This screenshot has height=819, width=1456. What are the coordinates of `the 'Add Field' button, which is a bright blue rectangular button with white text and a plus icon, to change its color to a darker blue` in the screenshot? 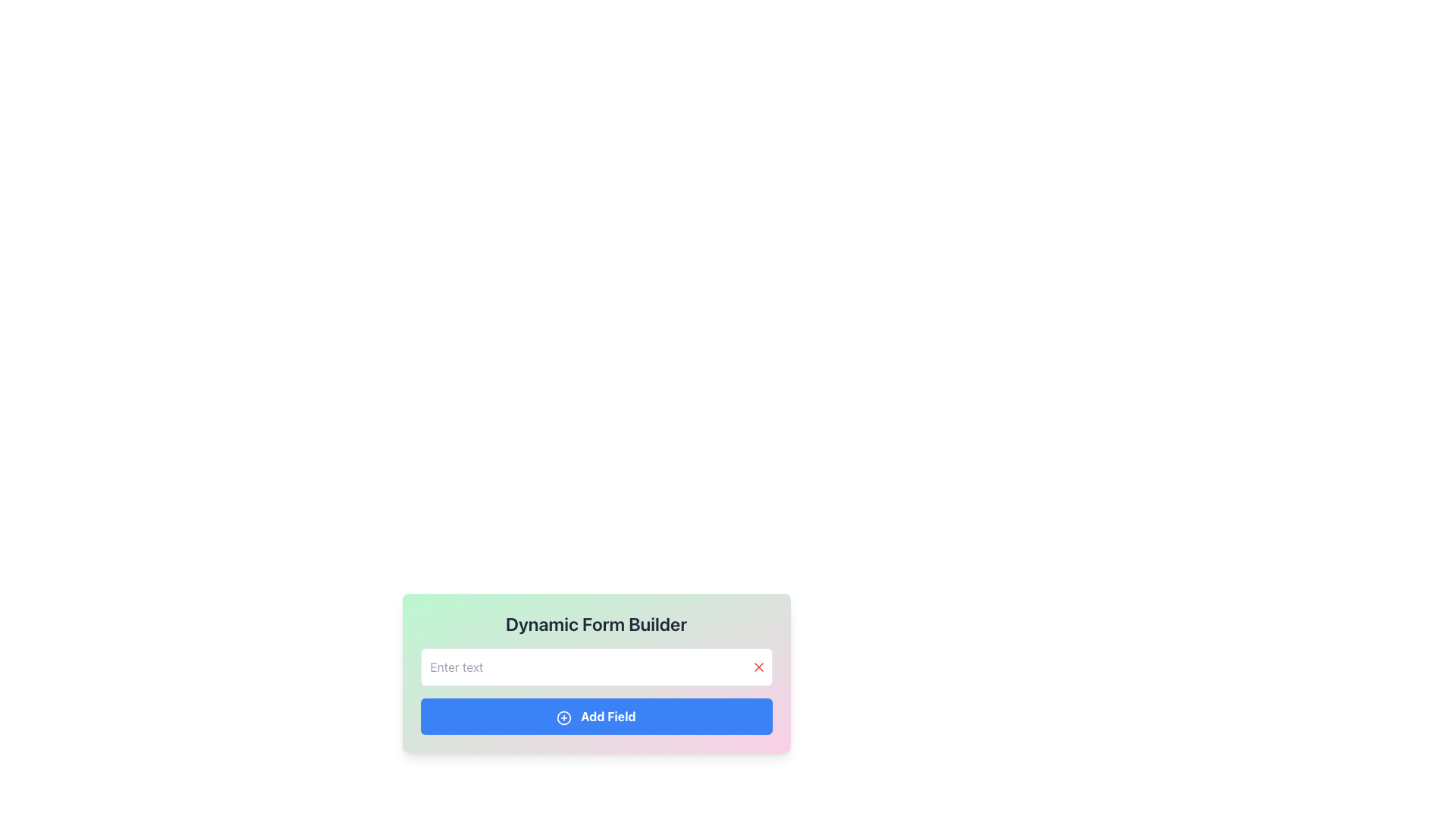 It's located at (595, 717).